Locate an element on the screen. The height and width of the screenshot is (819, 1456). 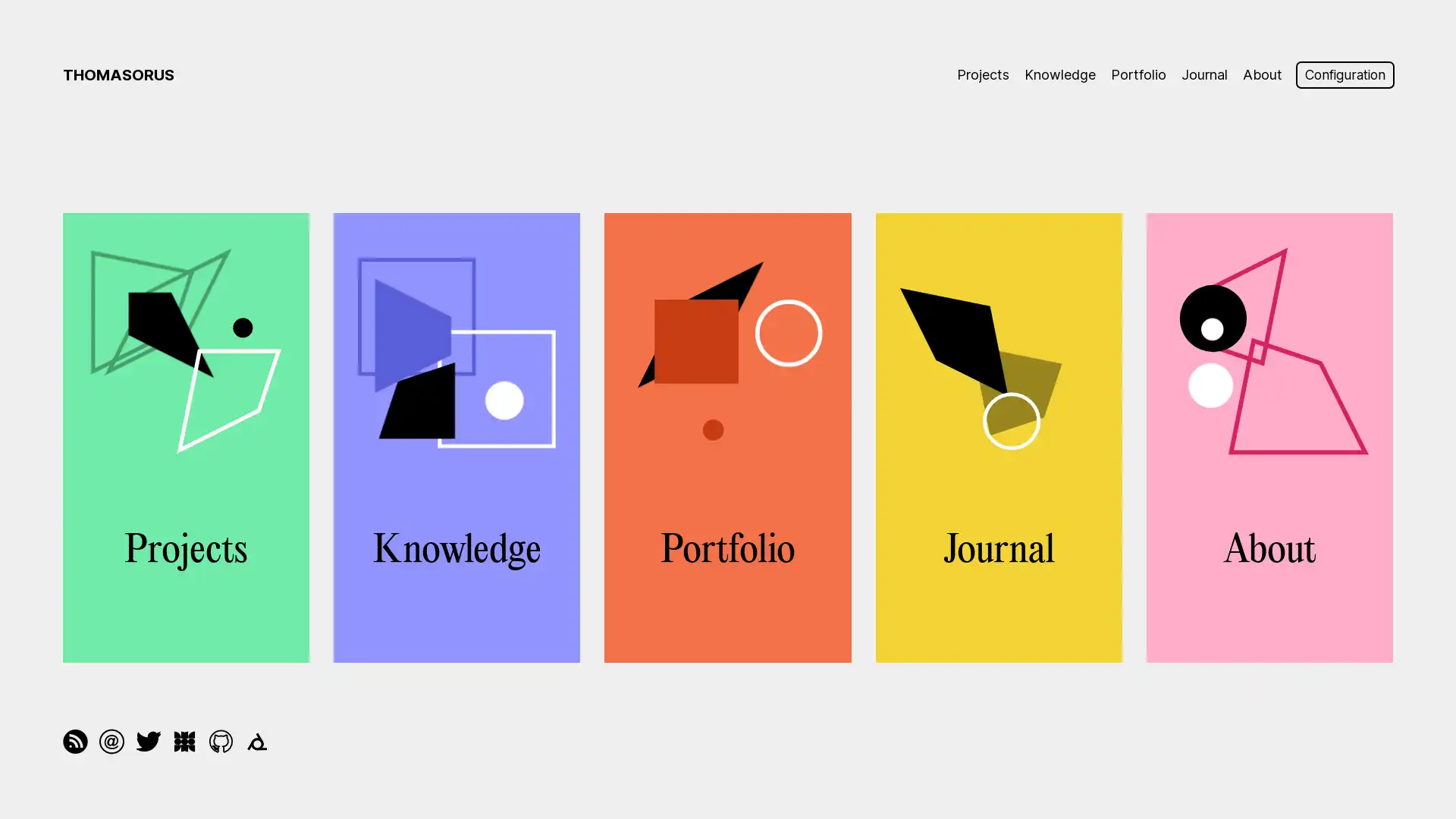
Configuration is located at coordinates (1340, 75).